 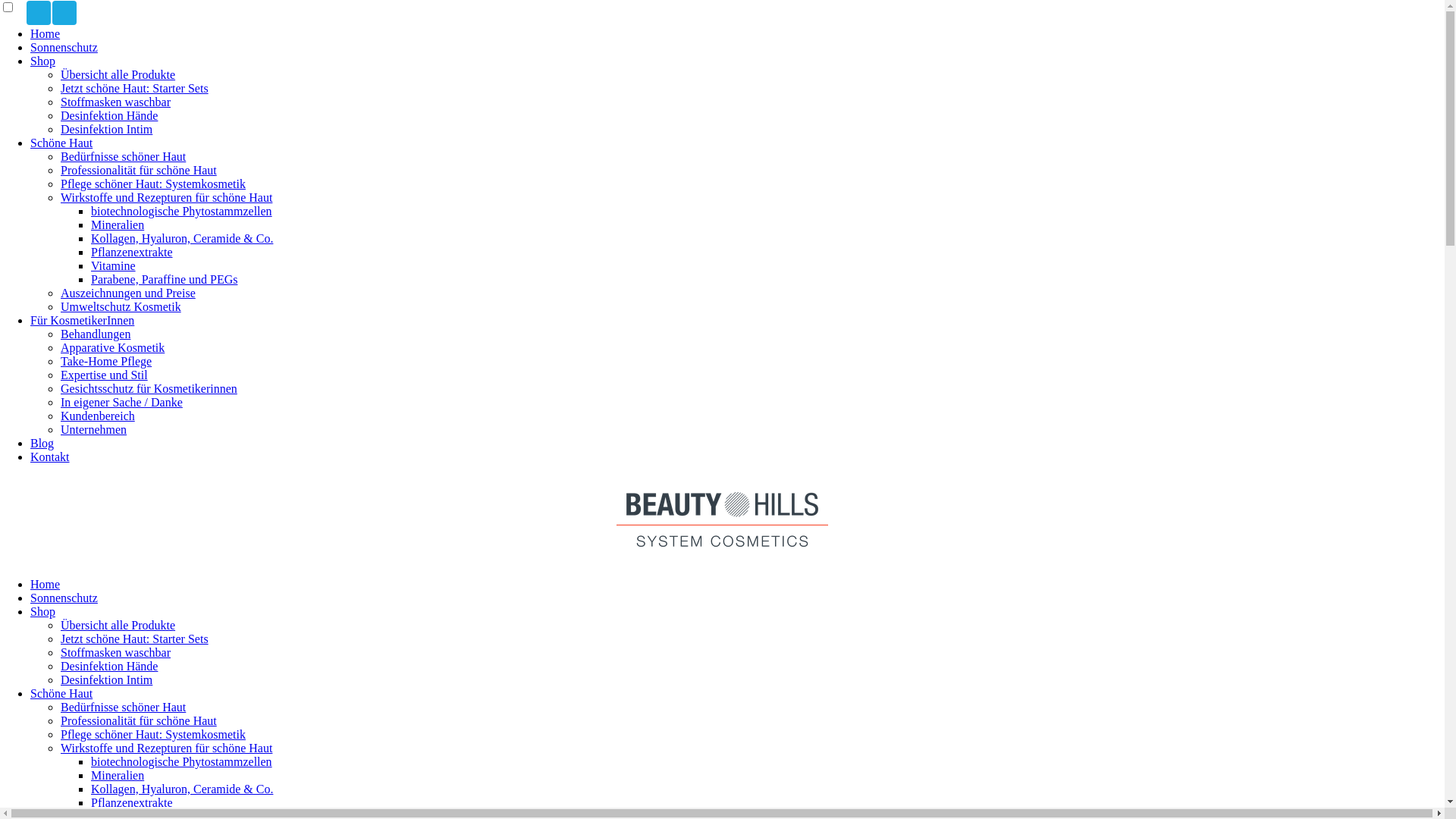 What do you see at coordinates (164, 279) in the screenshot?
I see `'Parabene, Paraffine und PEGs'` at bounding box center [164, 279].